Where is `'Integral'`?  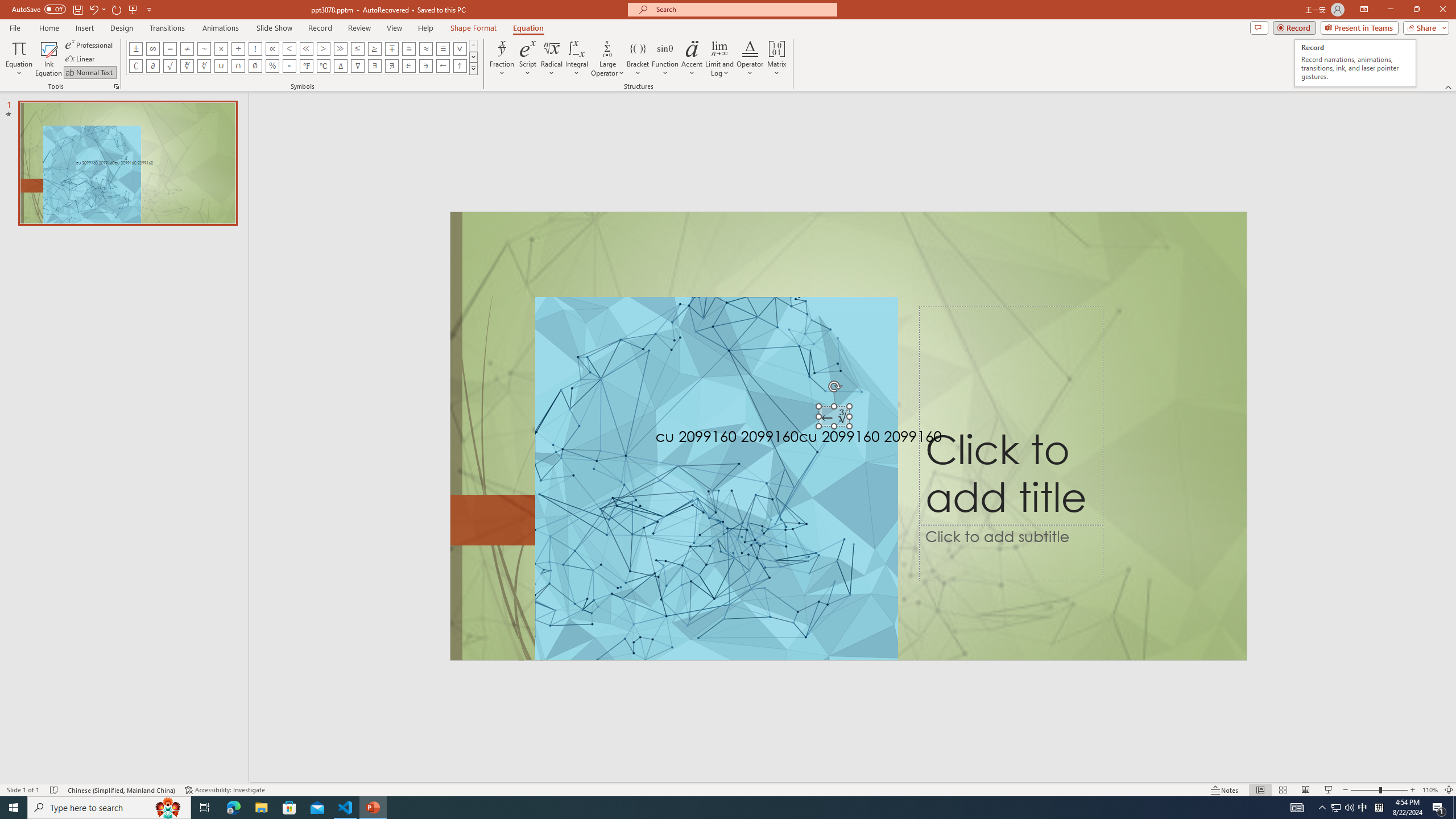 'Integral' is located at coordinates (577, 59).